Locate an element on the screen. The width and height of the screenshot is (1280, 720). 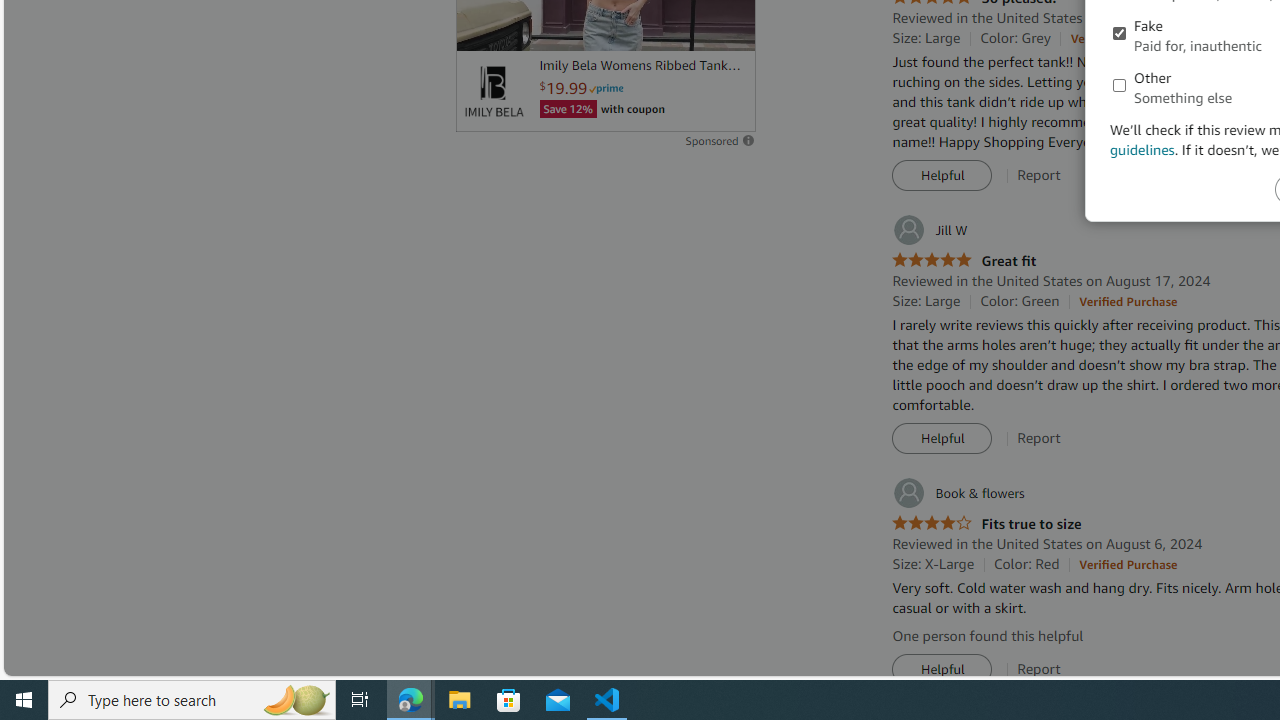
'Book & flowers' is located at coordinates (957, 493).